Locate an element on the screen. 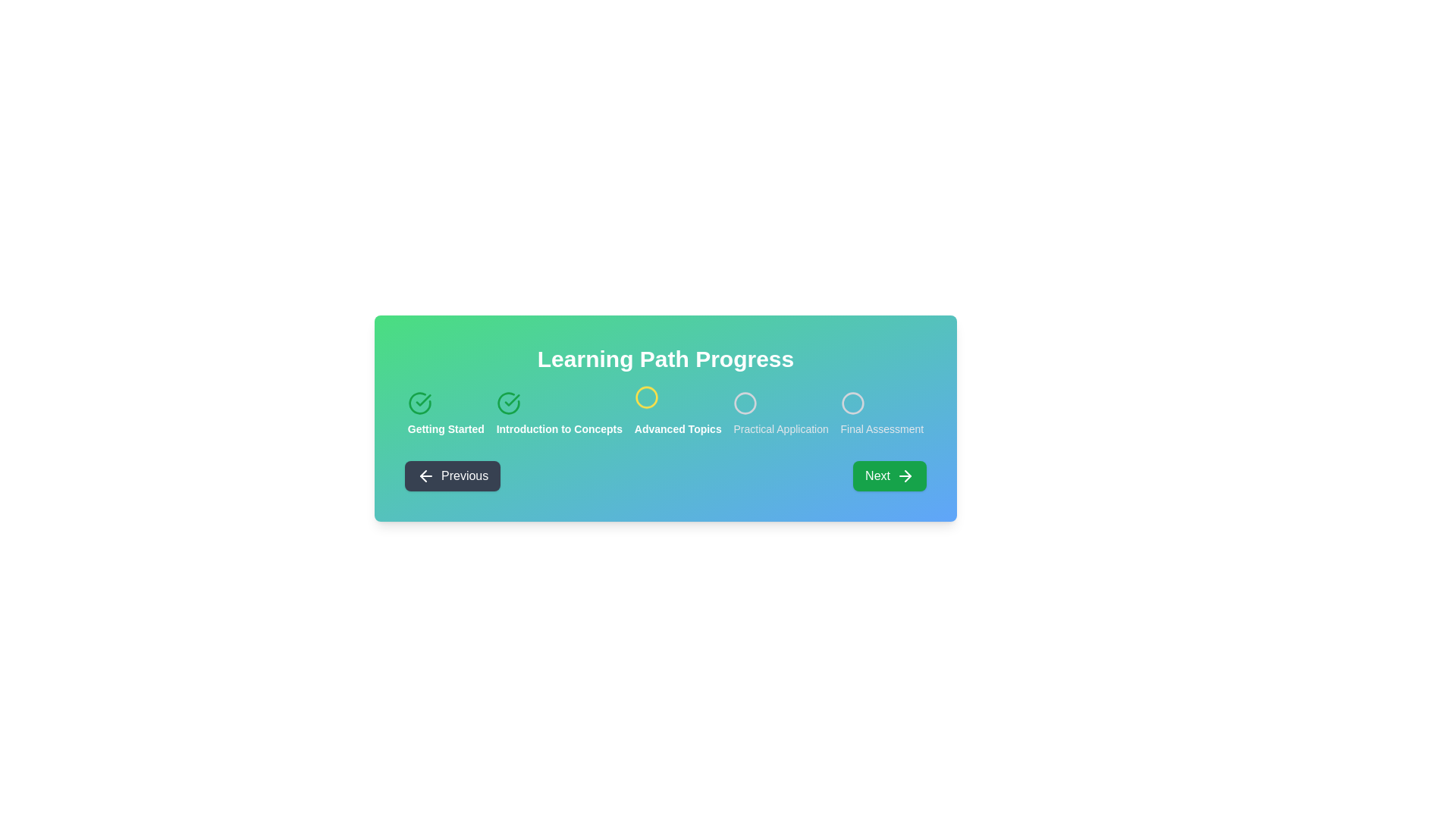 This screenshot has height=819, width=1456. the circular progression indicator with a grey border located near the 'Final Assessment' label, which is the fourth item in the sequence of circular markers is located at coordinates (852, 403).